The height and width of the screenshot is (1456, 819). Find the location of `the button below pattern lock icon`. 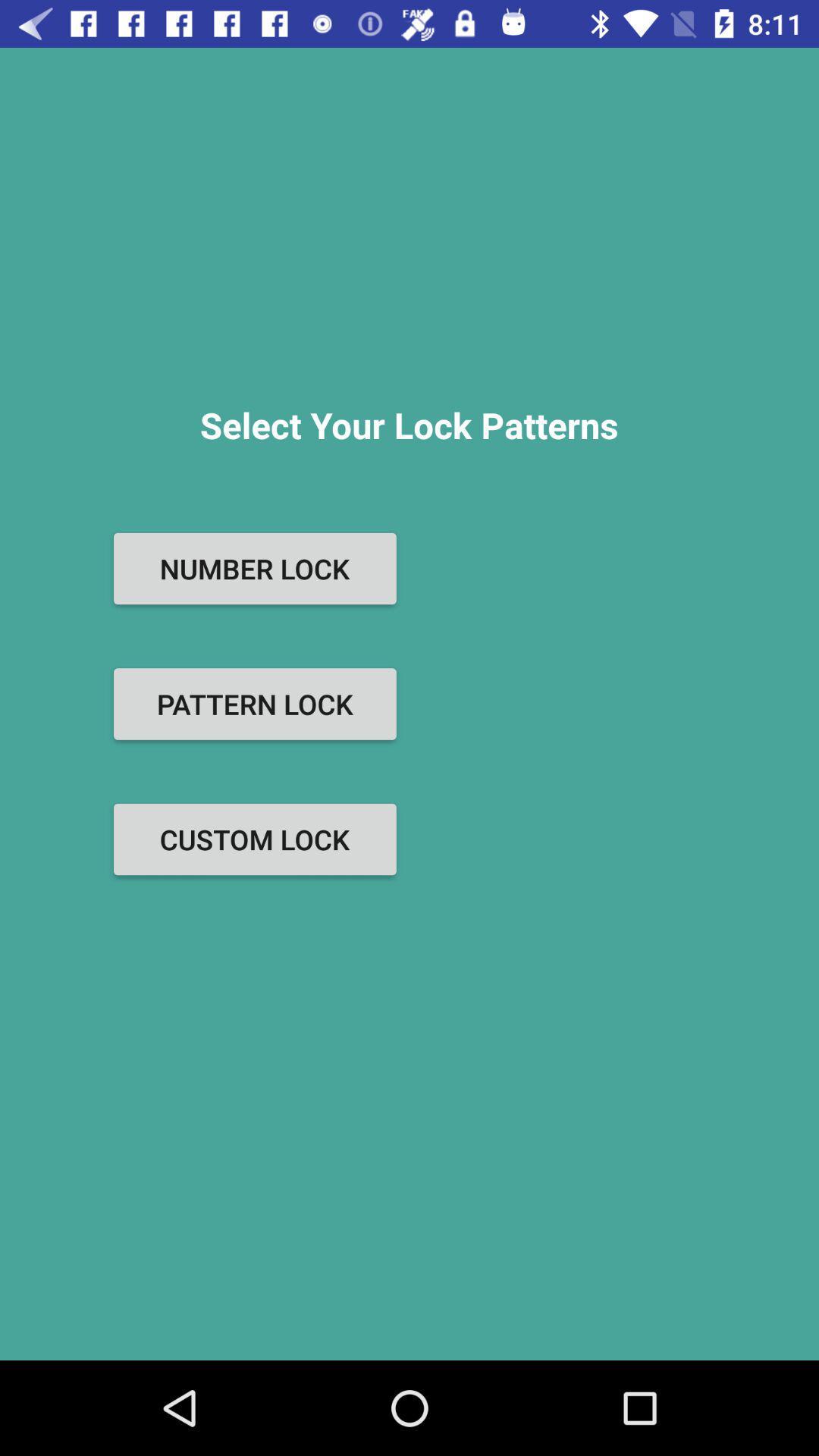

the button below pattern lock icon is located at coordinates (254, 839).